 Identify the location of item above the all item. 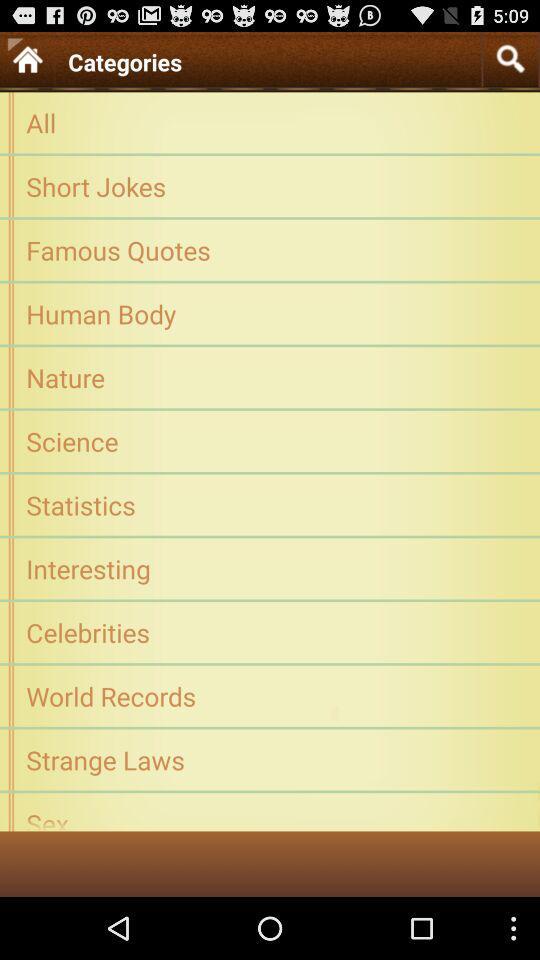
(510, 58).